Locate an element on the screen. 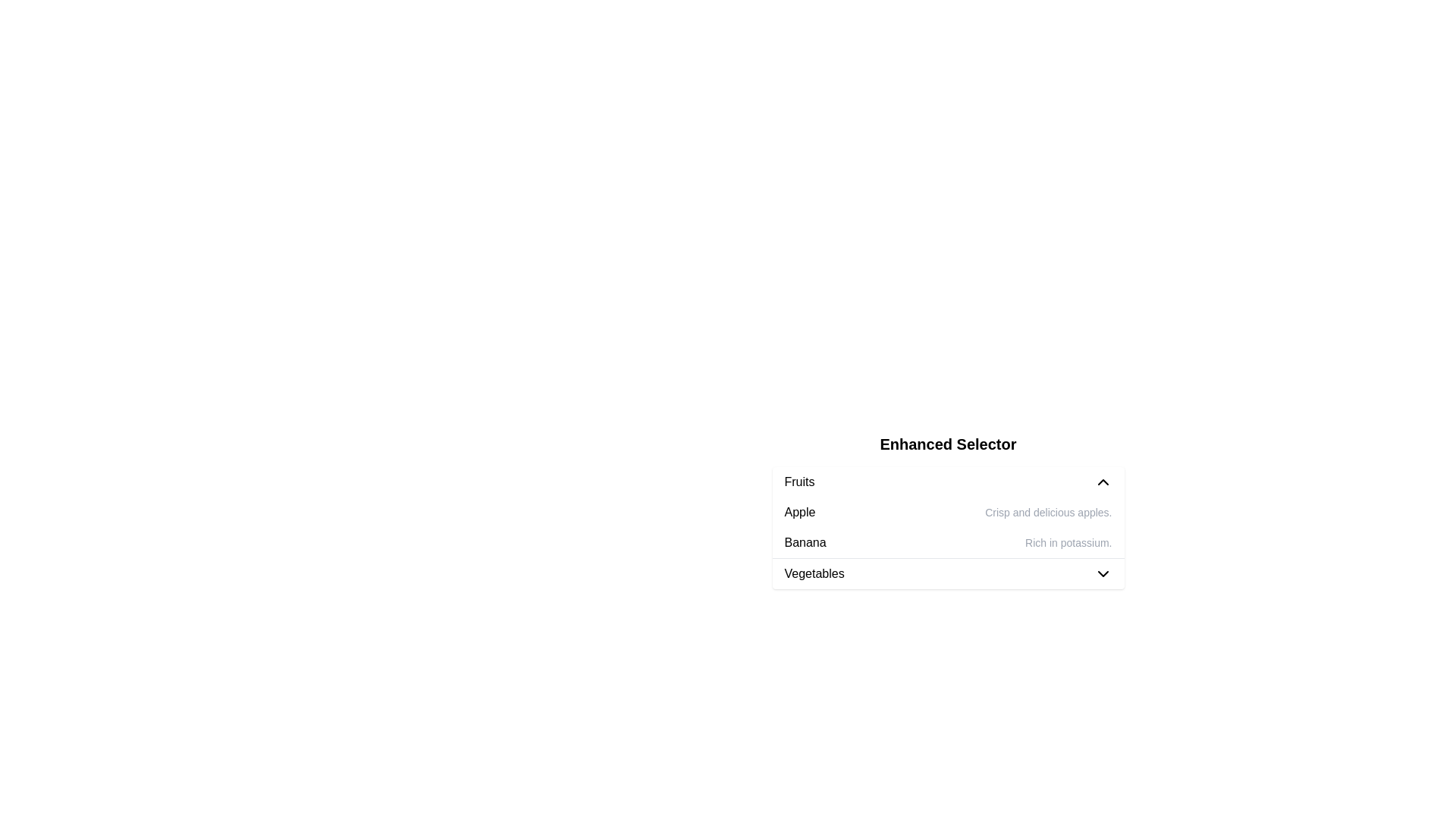 The height and width of the screenshot is (819, 1456). the list item group containing 'Apple' and 'Banana' titles with their respective subtitles 'Crisp and delicious apples.' and 'Rich in potassium.' under the 'Fruits' category is located at coordinates (947, 526).